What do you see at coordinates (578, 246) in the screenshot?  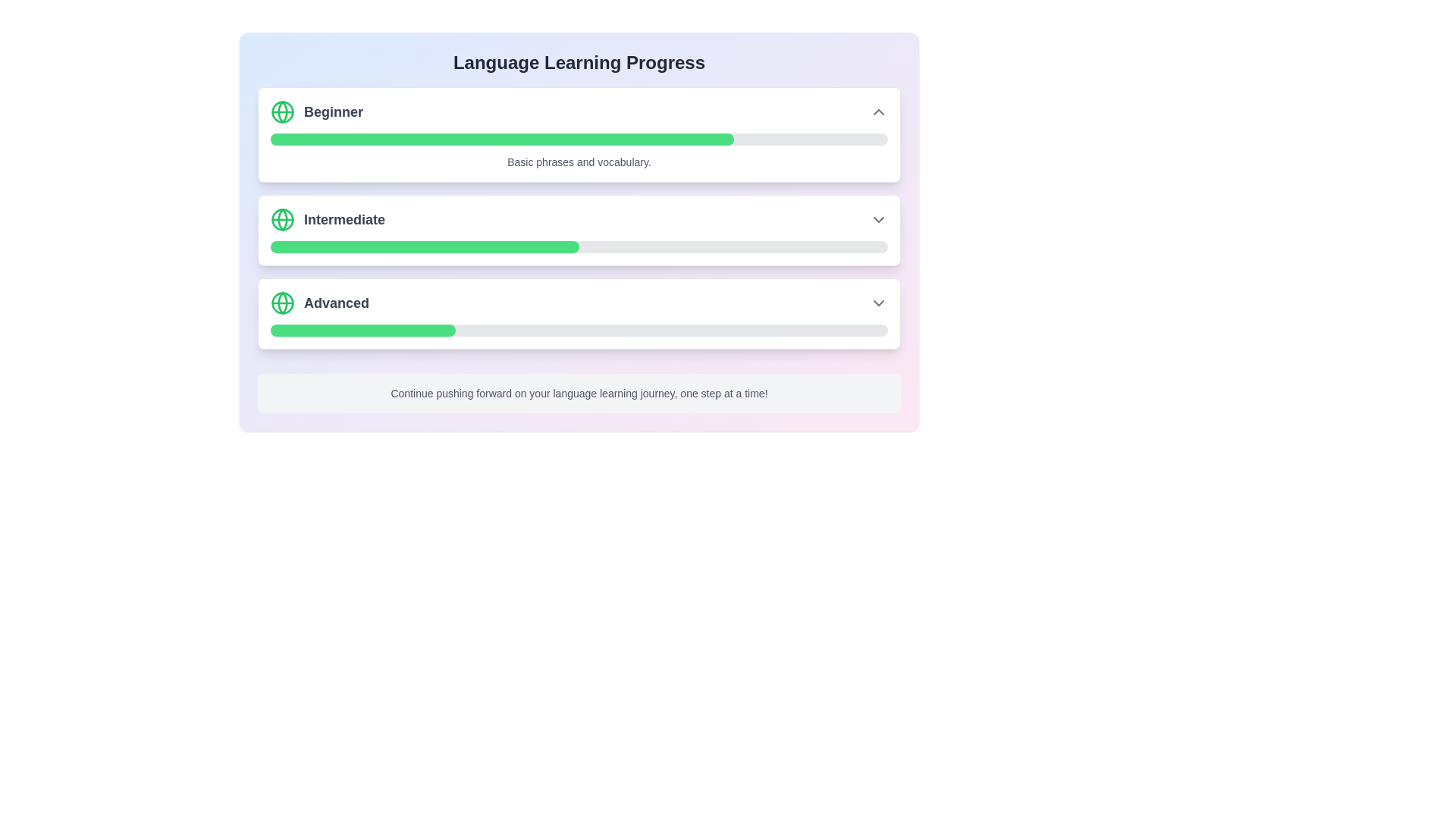 I see `the horizontal progress bar located in the 'Intermediate' section of the UI, which is light gray with a green filled portion indicating progress` at bounding box center [578, 246].